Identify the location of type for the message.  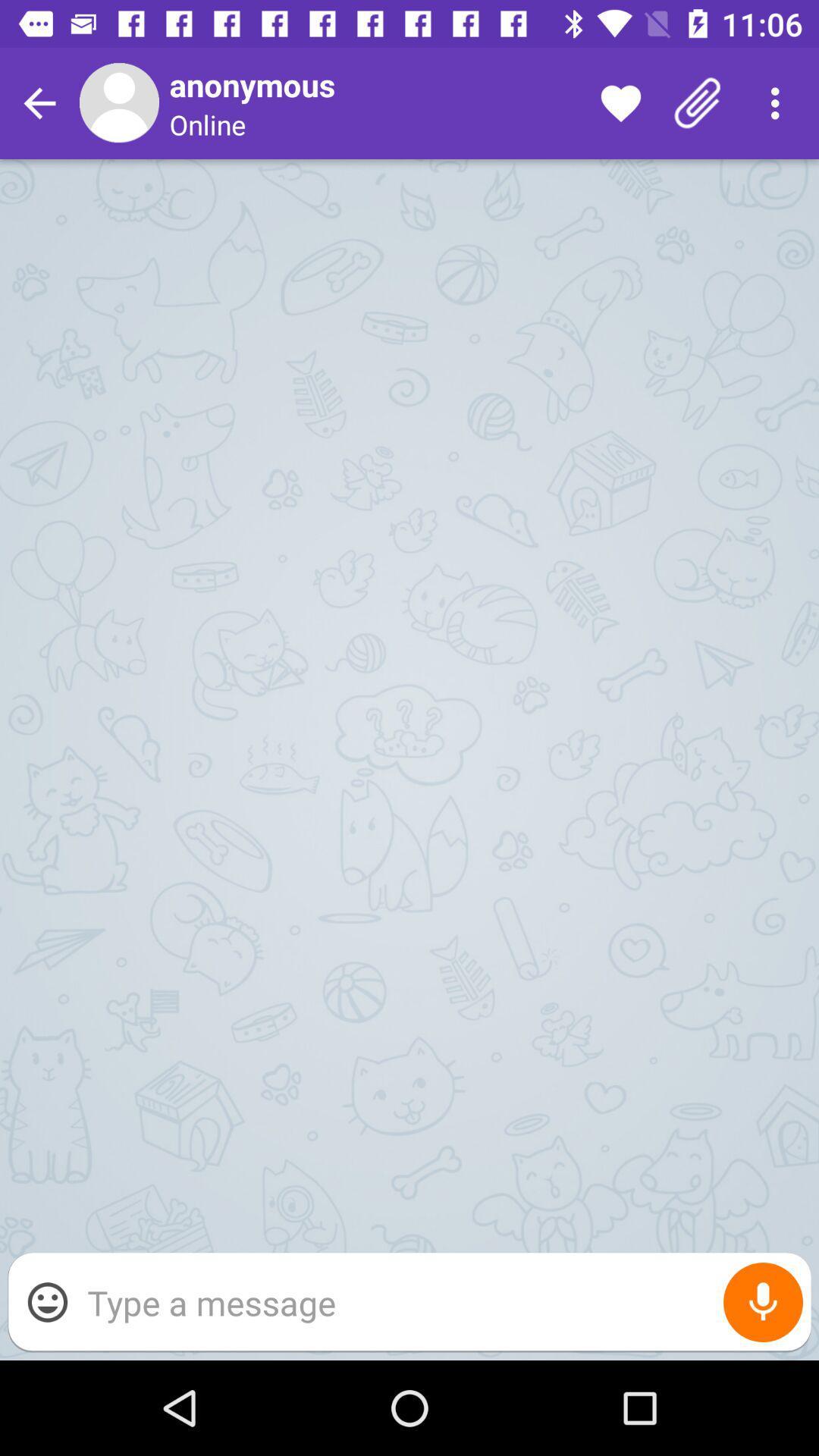
(441, 1301).